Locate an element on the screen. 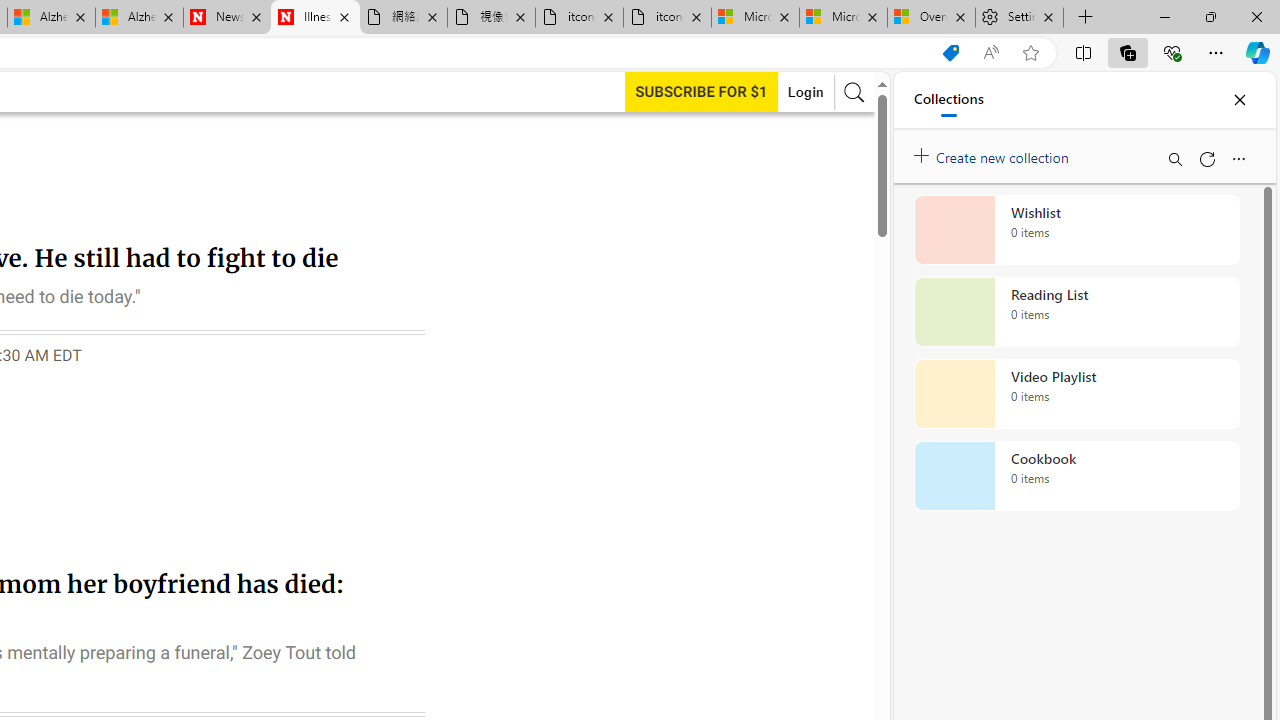 The width and height of the screenshot is (1280, 720). 'AutomationID: search-btn' is located at coordinates (855, 92).